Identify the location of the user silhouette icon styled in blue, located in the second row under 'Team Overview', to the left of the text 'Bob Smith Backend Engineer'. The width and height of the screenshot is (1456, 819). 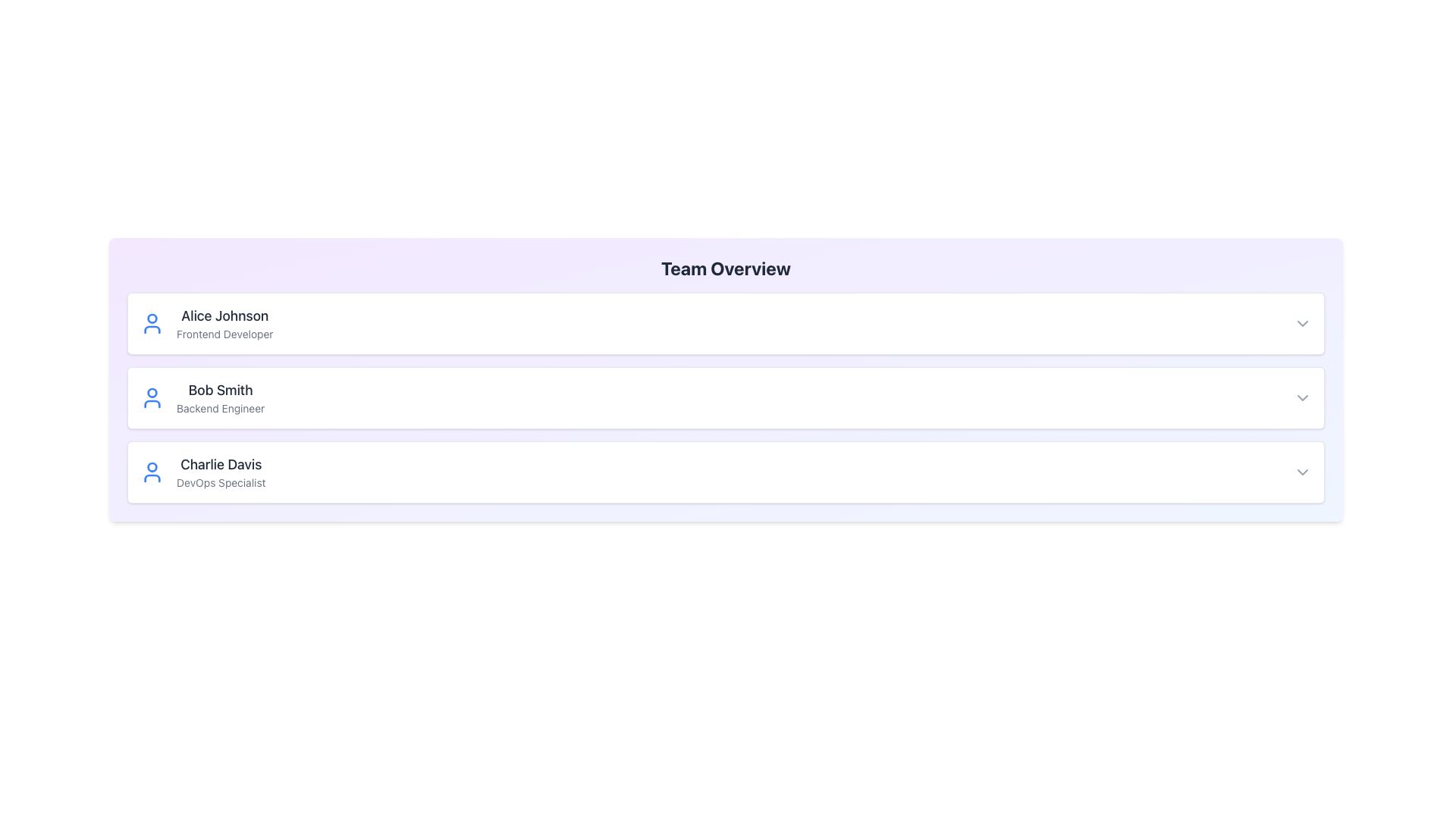
(152, 397).